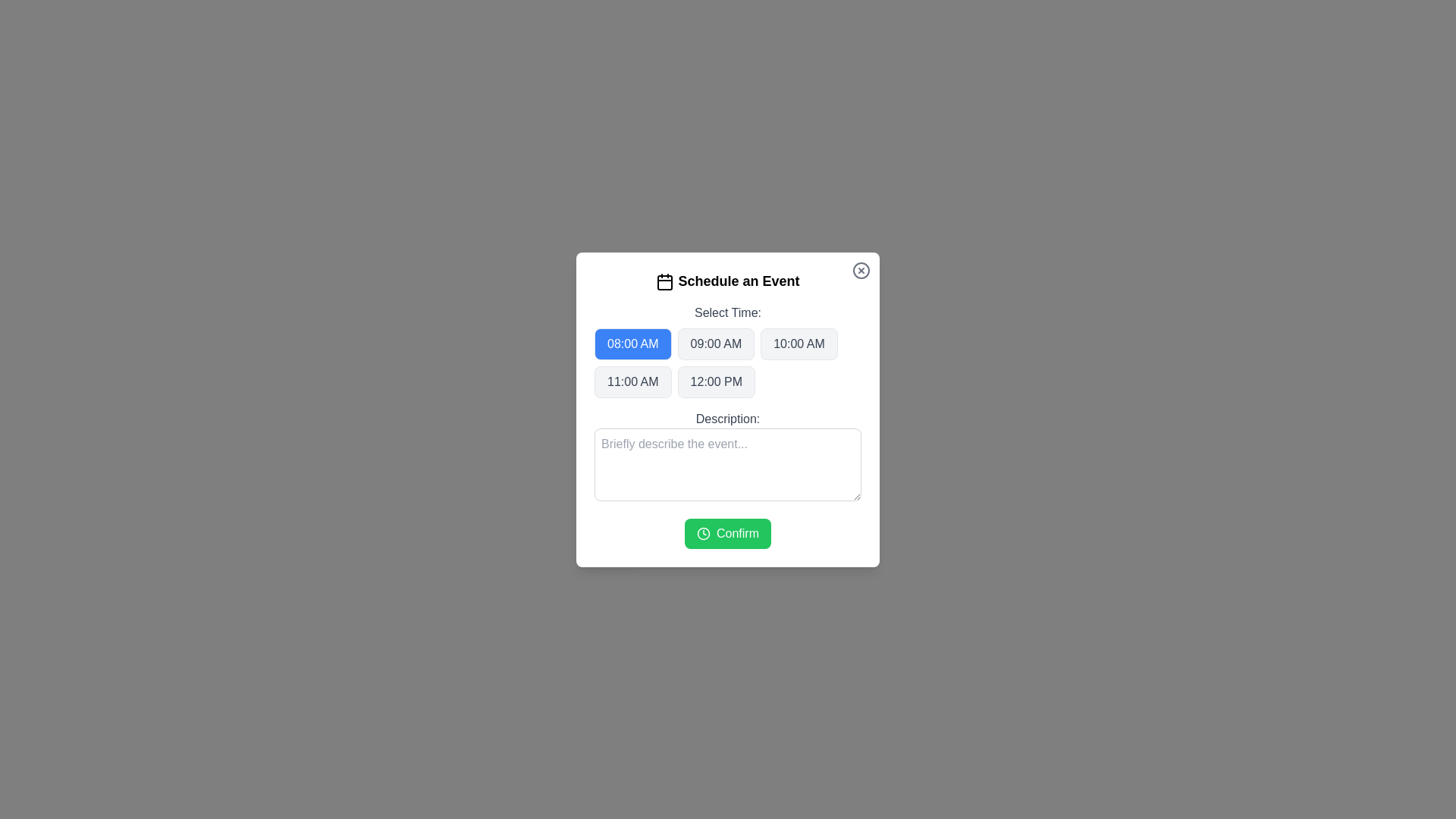  What do you see at coordinates (715, 381) in the screenshot?
I see `the fifth time selection button located below the '09:00 AM' button and to the right of the '11:00 AM' button to set the time to '12:00 PM'` at bounding box center [715, 381].